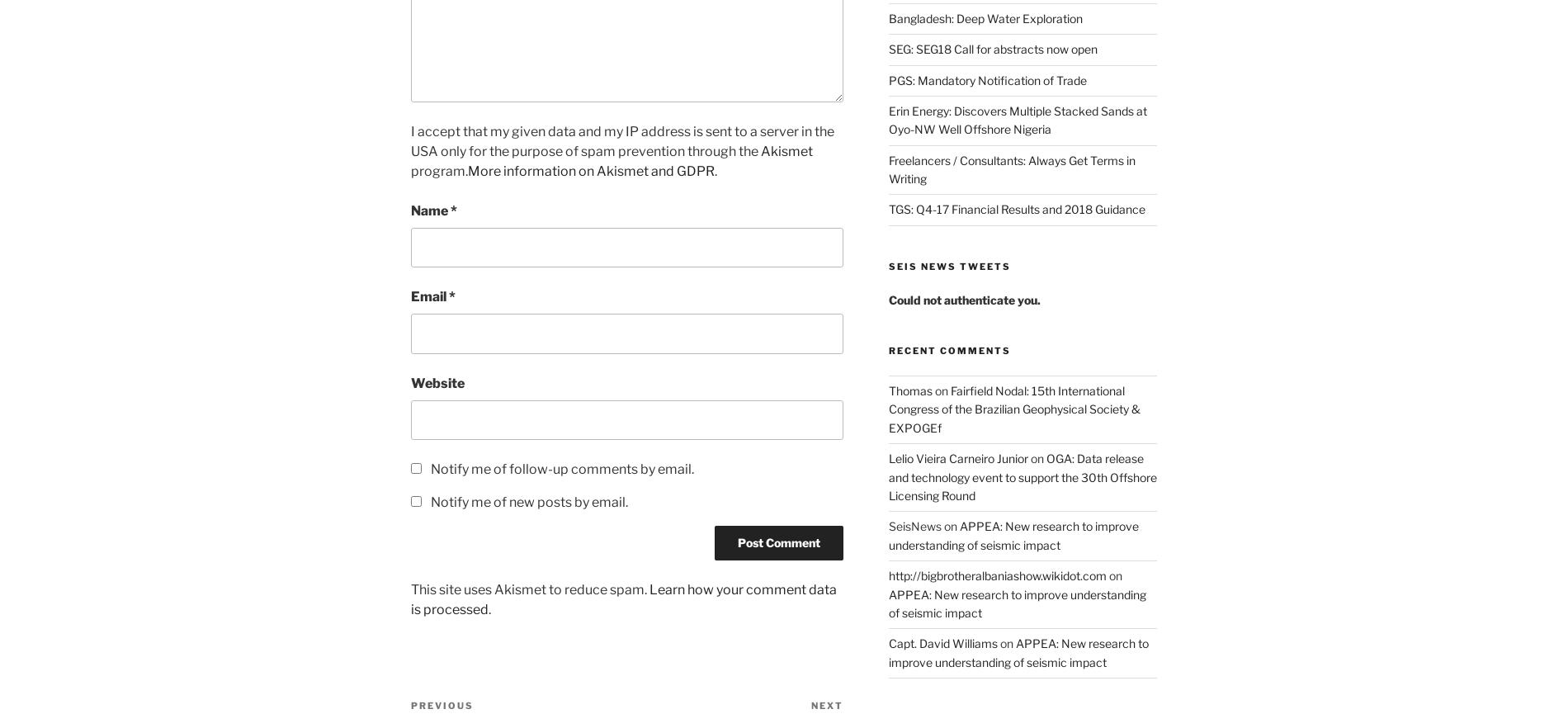 The width and height of the screenshot is (1568, 714). What do you see at coordinates (887, 168) in the screenshot?
I see `'Freelancers / Consultants: Always Get Terms in Writing'` at bounding box center [887, 168].